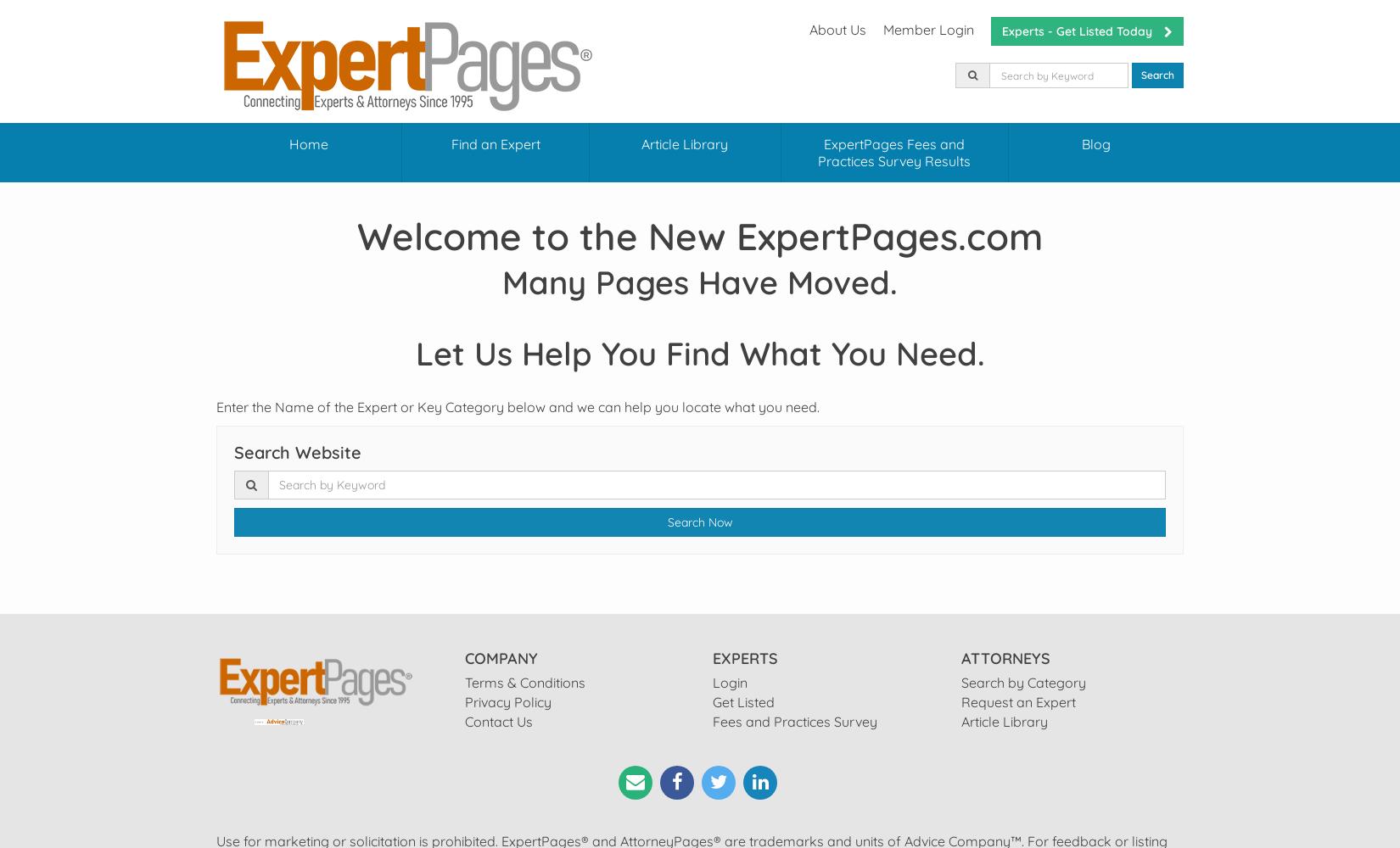 This screenshot has height=848, width=1400. What do you see at coordinates (745, 657) in the screenshot?
I see `'EXPERTS'` at bounding box center [745, 657].